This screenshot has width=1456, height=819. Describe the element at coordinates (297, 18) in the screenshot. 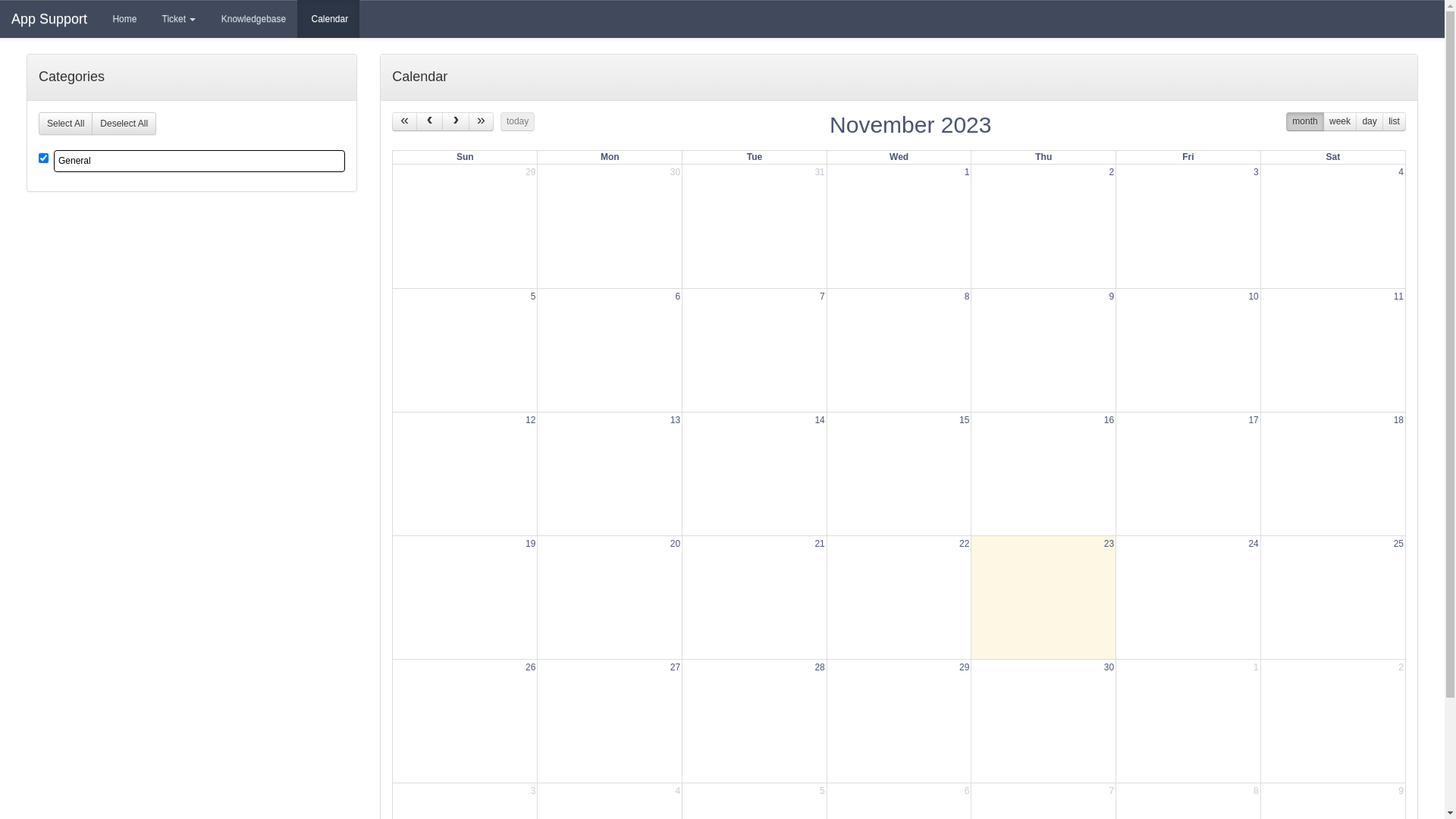

I see `' Calendar'` at that location.